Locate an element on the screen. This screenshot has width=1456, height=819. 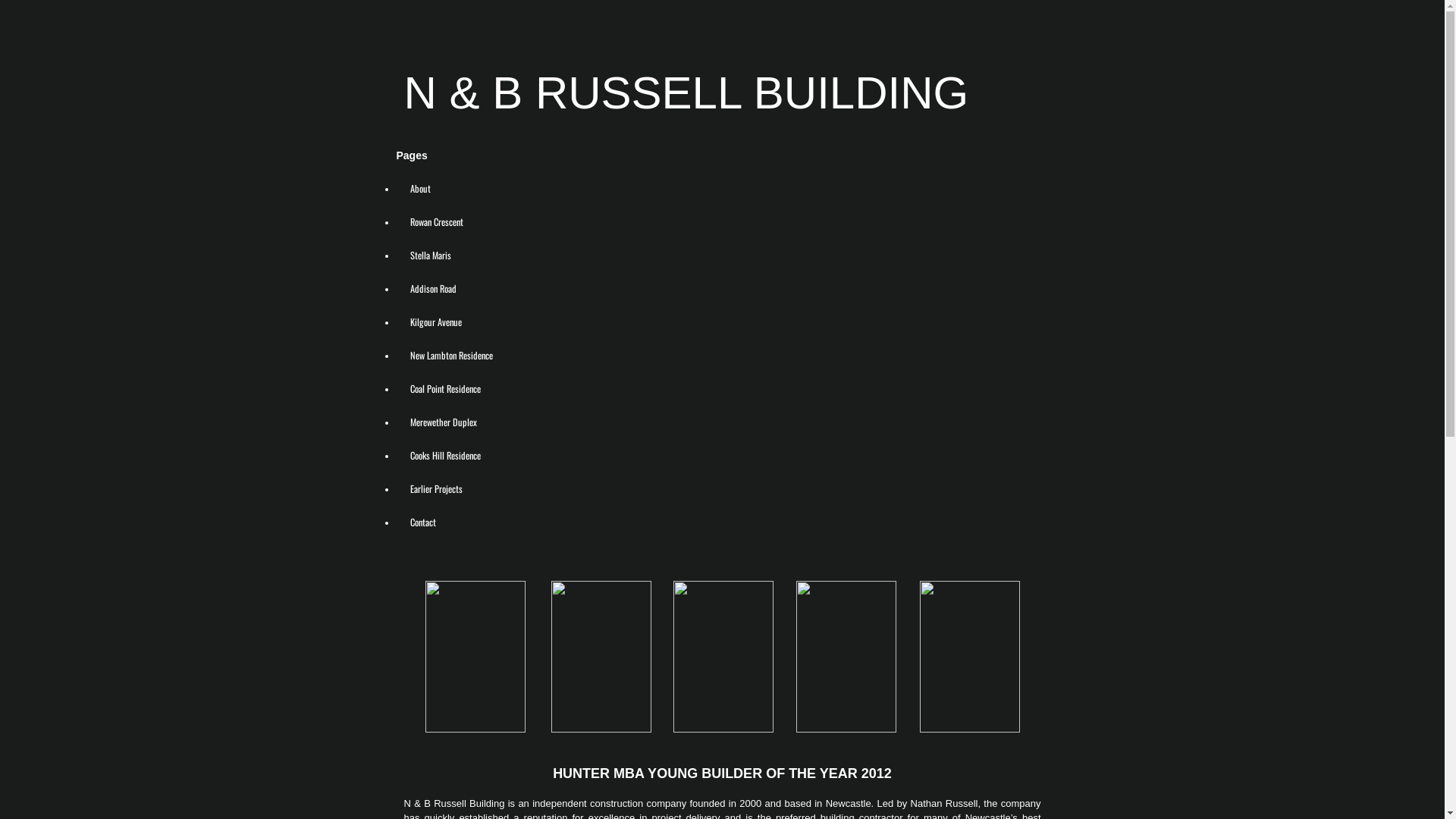
'Cooks Hill Residence' is located at coordinates (444, 454).